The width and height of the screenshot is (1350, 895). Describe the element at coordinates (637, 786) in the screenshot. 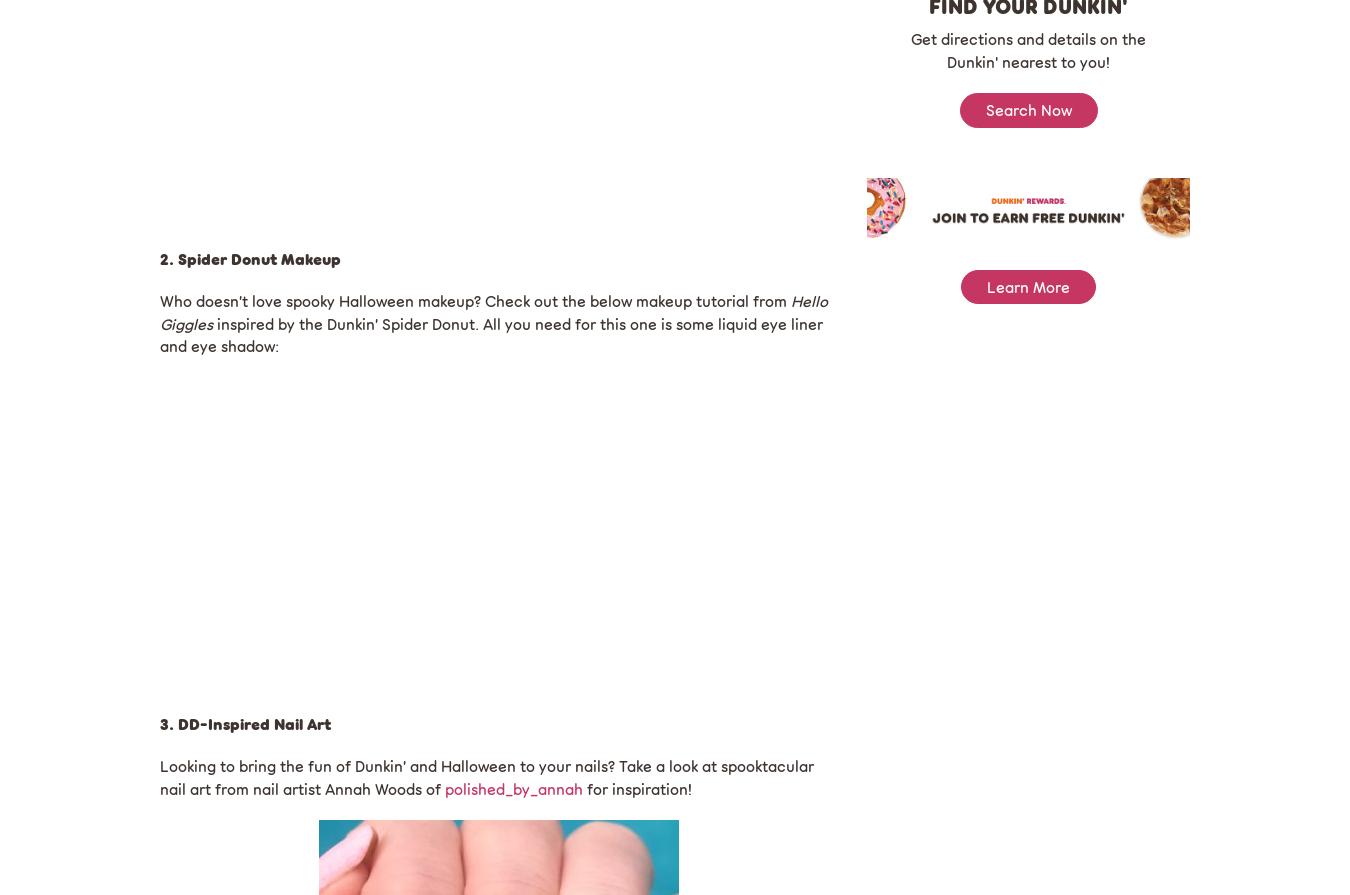

I see `'for inspiration!'` at that location.